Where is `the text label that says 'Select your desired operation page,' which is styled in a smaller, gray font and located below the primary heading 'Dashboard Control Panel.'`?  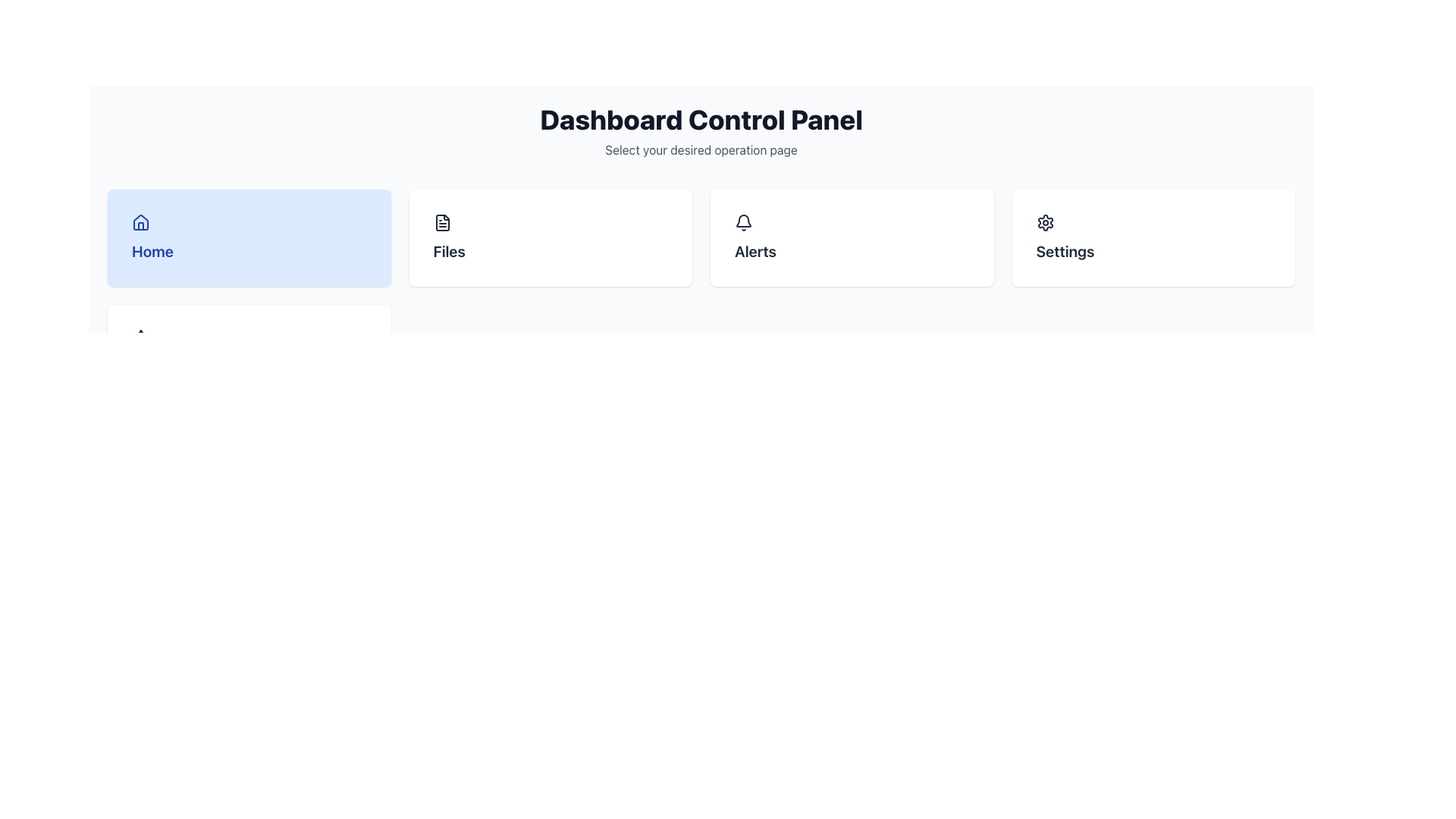
the text label that says 'Select your desired operation page,' which is styled in a smaller, gray font and located below the primary heading 'Dashboard Control Panel.' is located at coordinates (701, 149).